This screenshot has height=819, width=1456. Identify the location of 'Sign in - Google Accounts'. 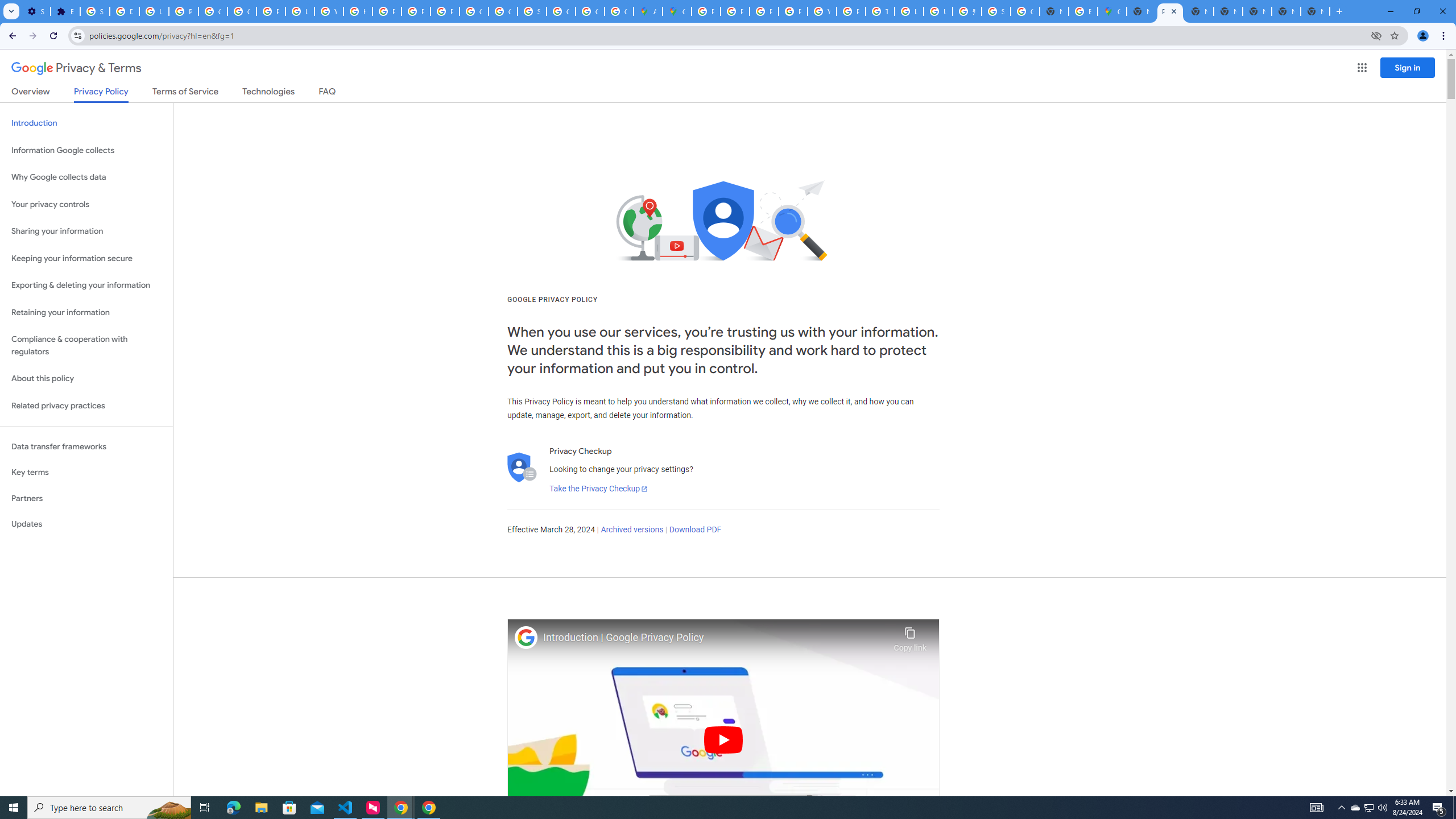
(95, 11).